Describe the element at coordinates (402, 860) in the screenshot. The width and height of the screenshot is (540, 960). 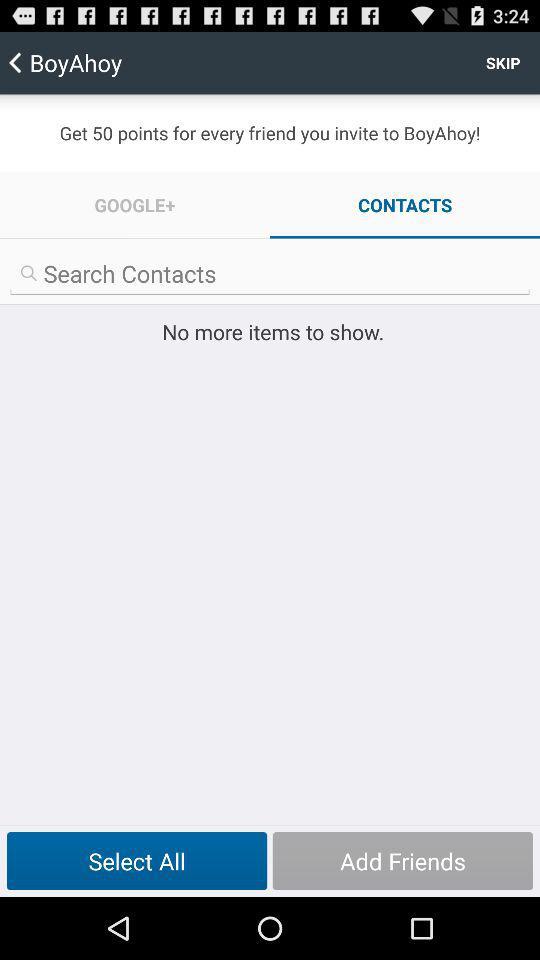
I see `button to the right of select all item` at that location.